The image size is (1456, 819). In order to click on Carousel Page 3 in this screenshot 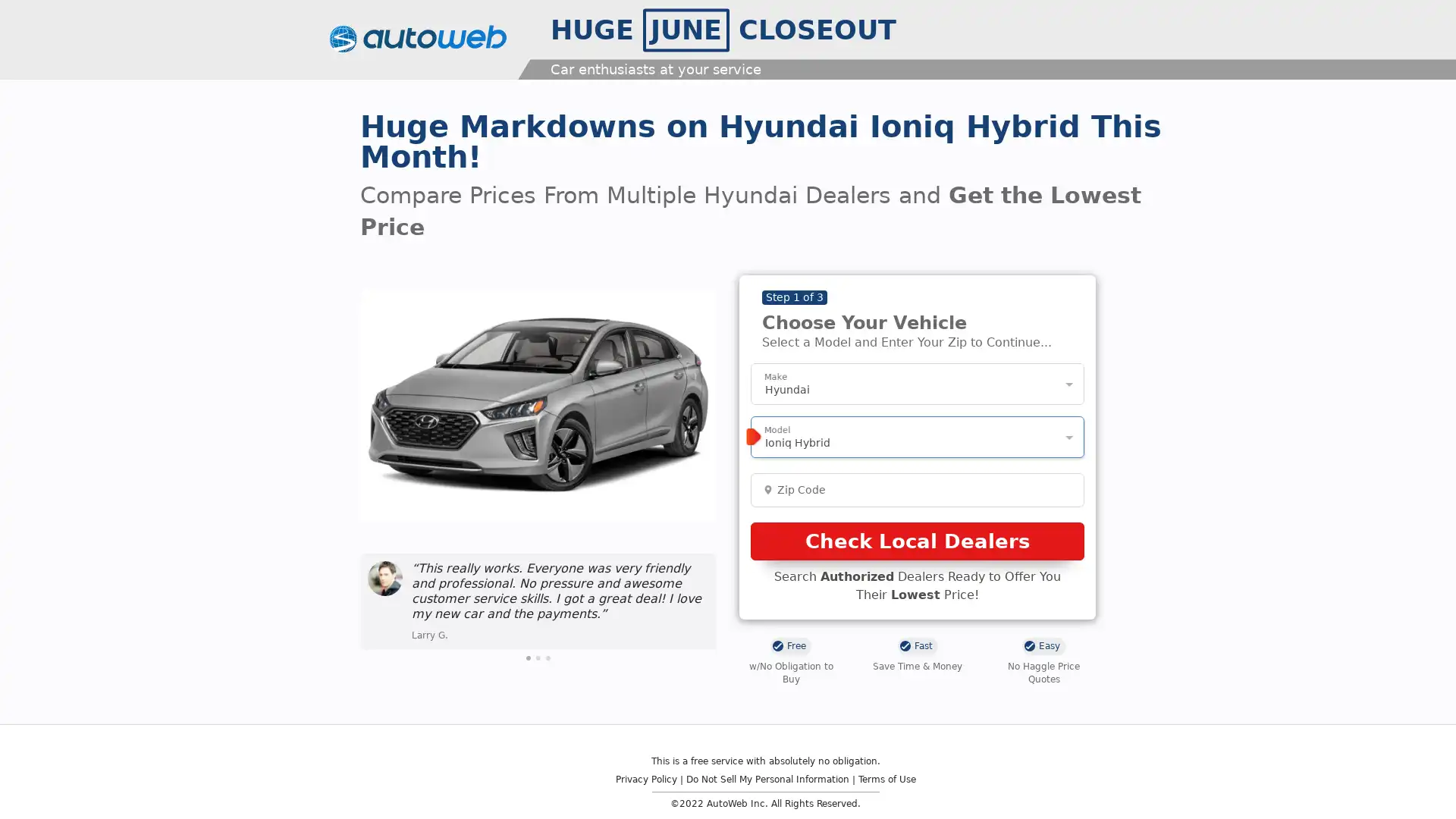, I will do `click(548, 657)`.